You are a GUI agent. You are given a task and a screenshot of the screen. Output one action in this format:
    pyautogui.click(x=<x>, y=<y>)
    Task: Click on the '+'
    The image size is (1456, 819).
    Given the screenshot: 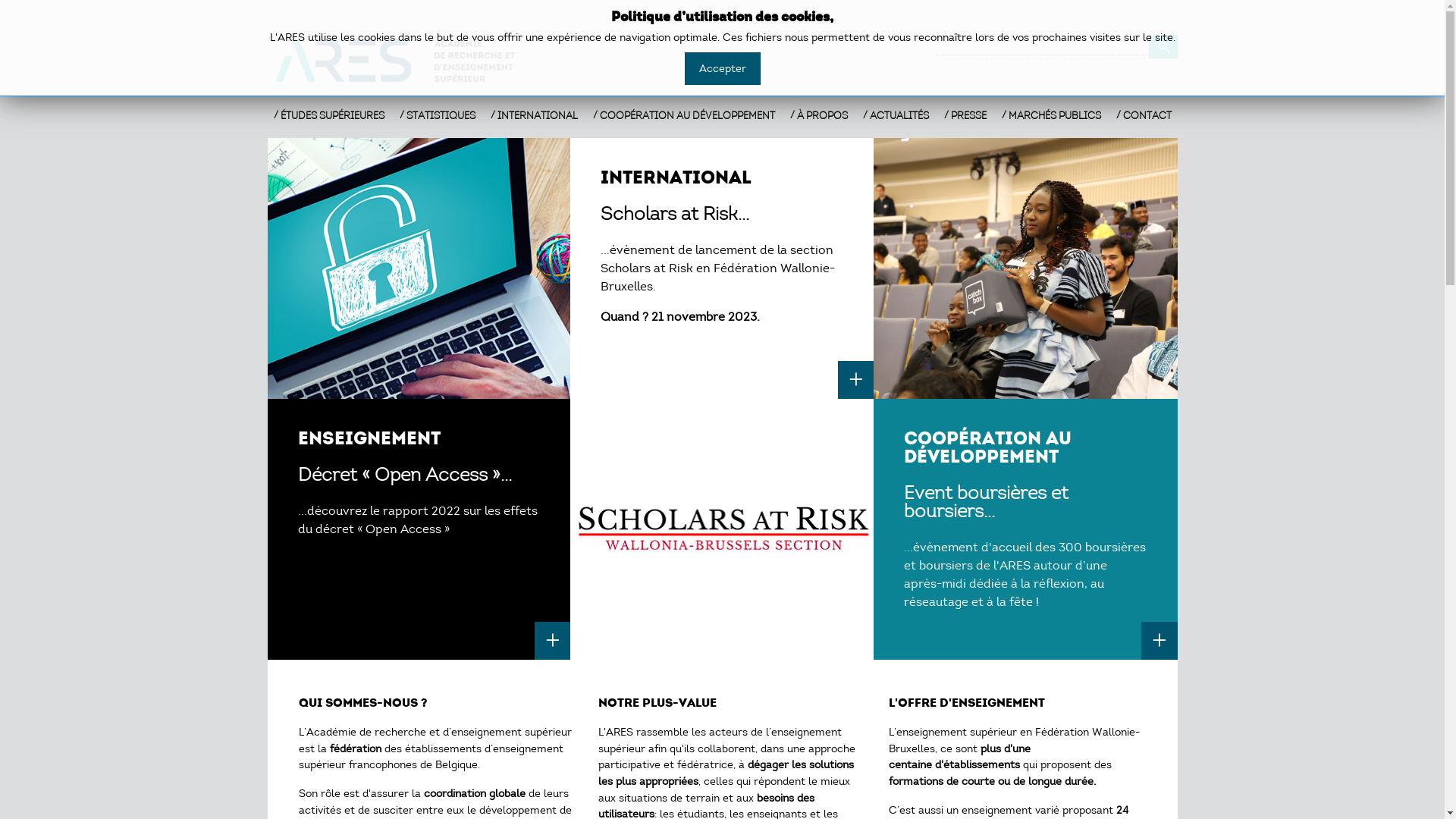 What is the action you would take?
    pyautogui.click(x=1141, y=640)
    